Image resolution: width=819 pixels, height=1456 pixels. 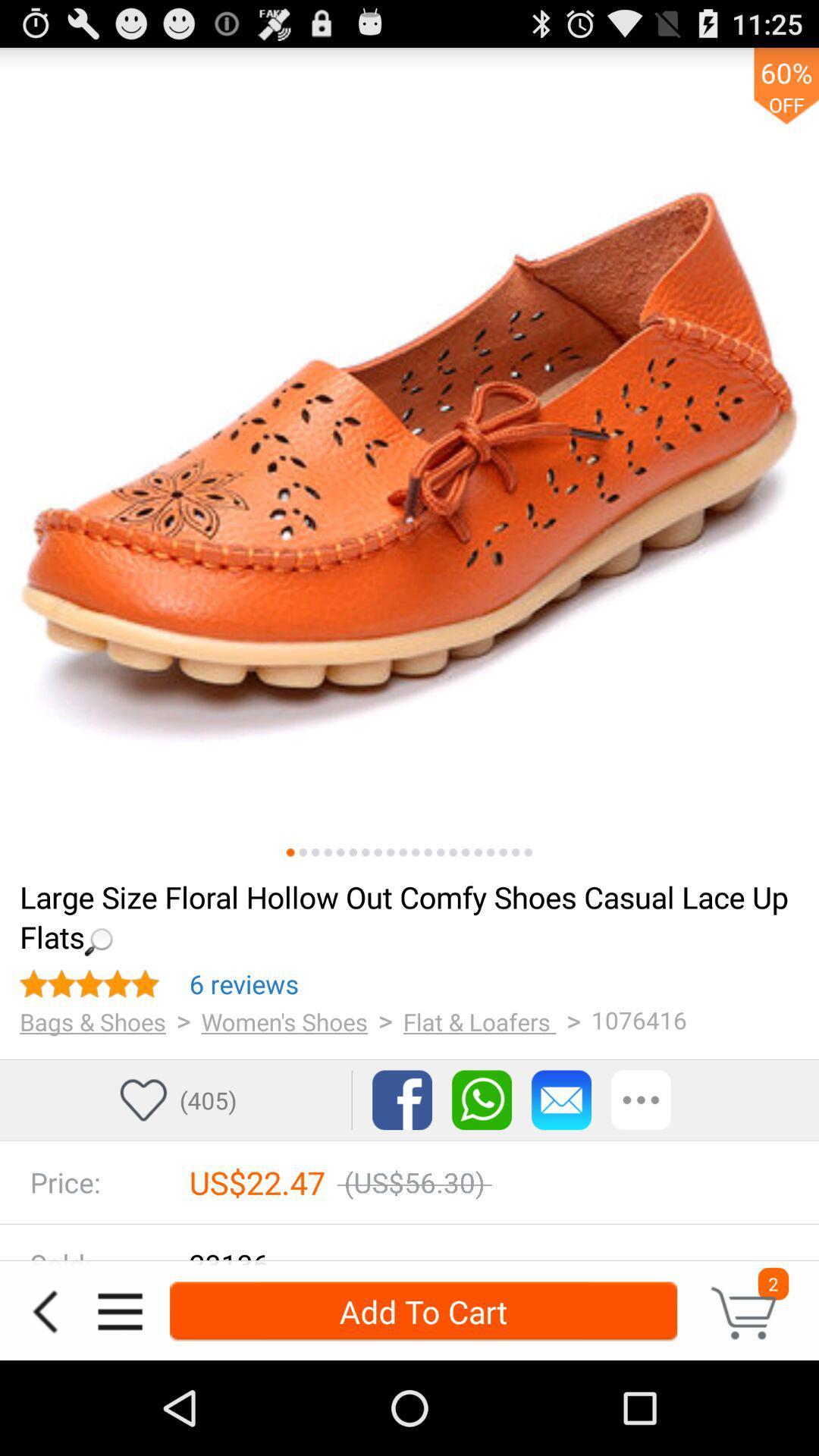 What do you see at coordinates (327, 852) in the screenshot?
I see `fourth sample image` at bounding box center [327, 852].